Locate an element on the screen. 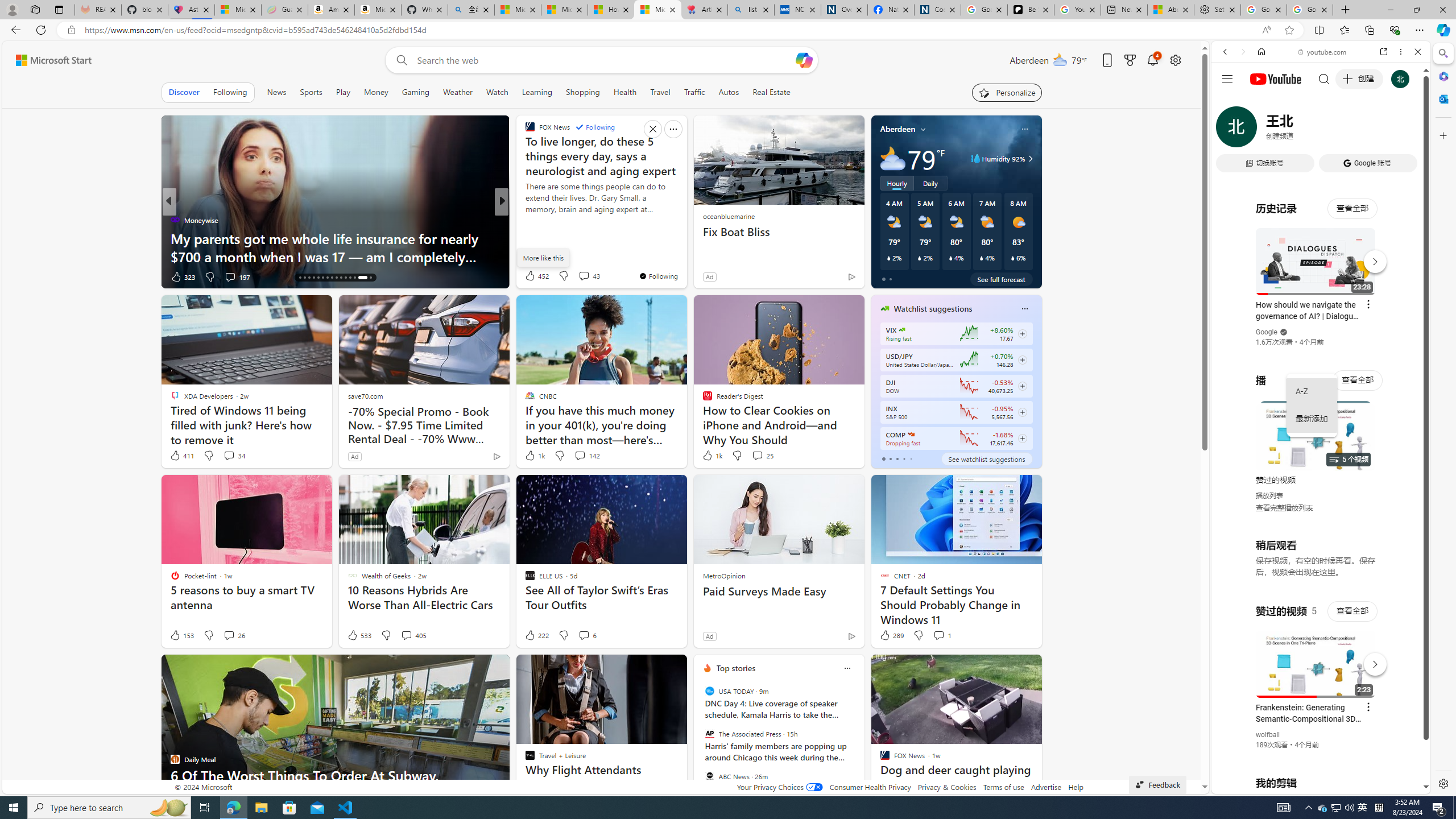 The width and height of the screenshot is (1456, 819). 'View comments 26 Comment' is located at coordinates (227, 635).